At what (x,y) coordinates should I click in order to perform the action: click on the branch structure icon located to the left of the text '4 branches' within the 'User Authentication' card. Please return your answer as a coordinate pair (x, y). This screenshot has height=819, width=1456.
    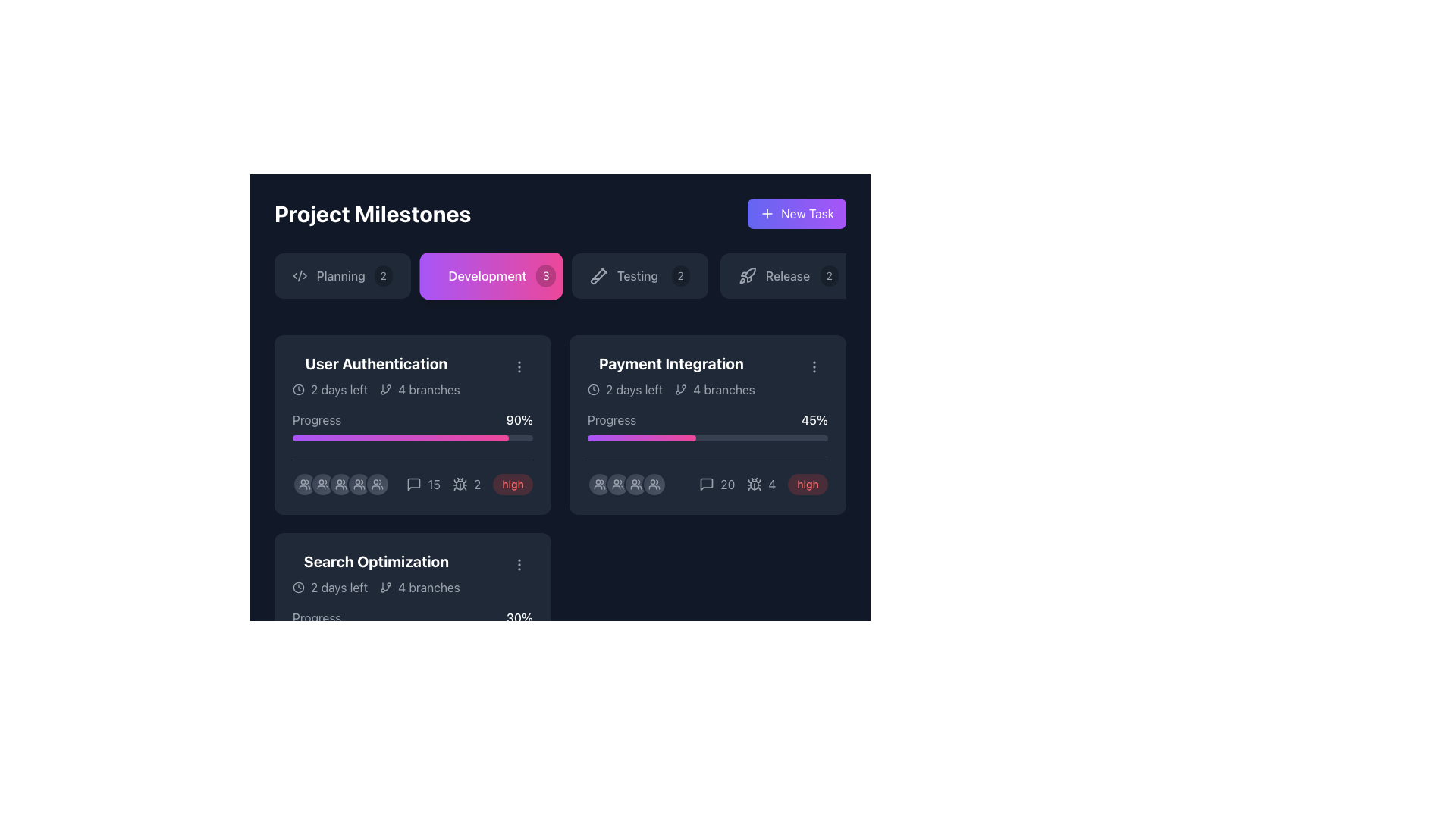
    Looking at the image, I should click on (386, 587).